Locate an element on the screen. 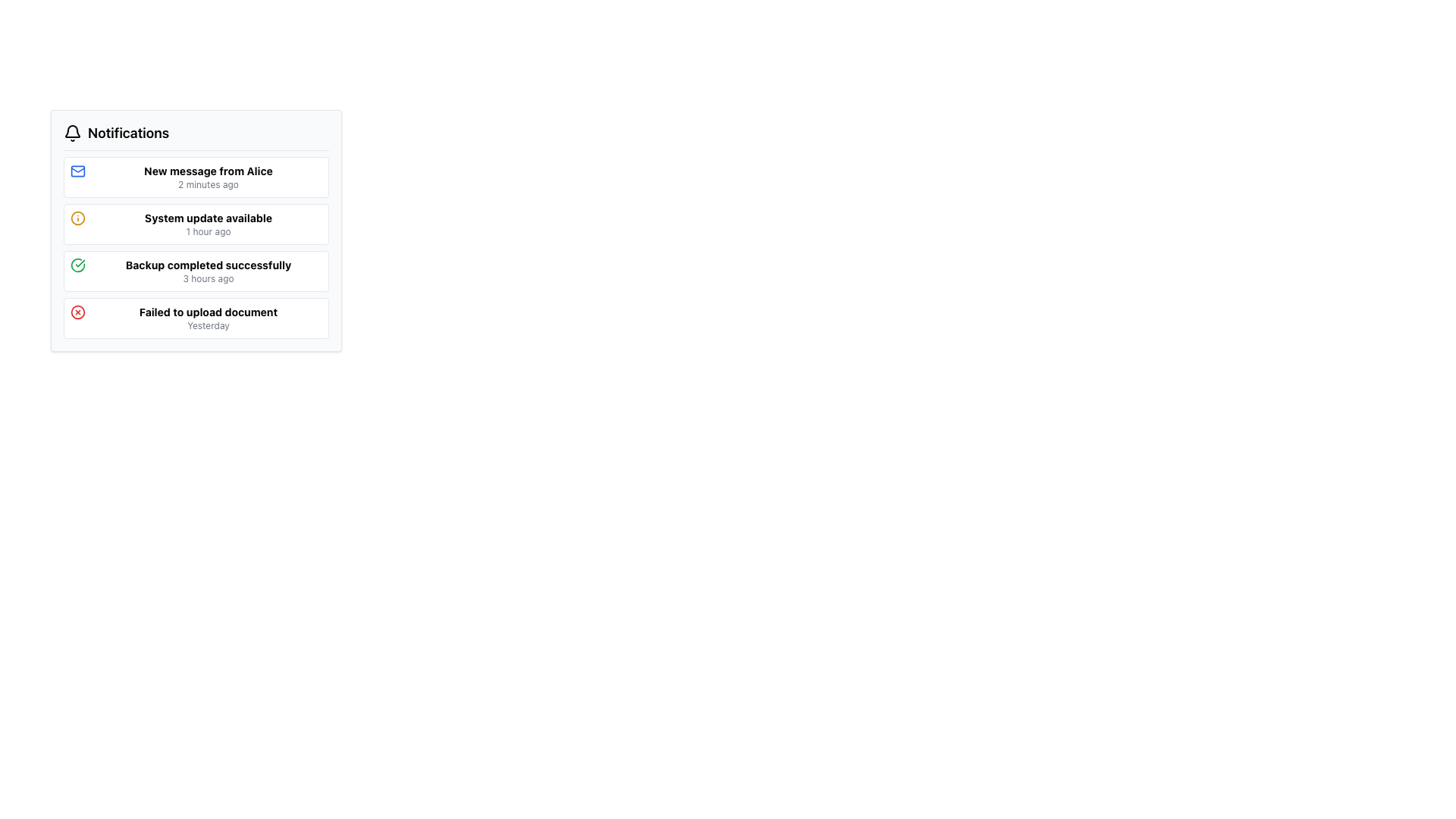 The height and width of the screenshot is (819, 1456). text content displayed in the fourth notification item of the notification system, which provides feedback about a failed document upload is located at coordinates (207, 318).